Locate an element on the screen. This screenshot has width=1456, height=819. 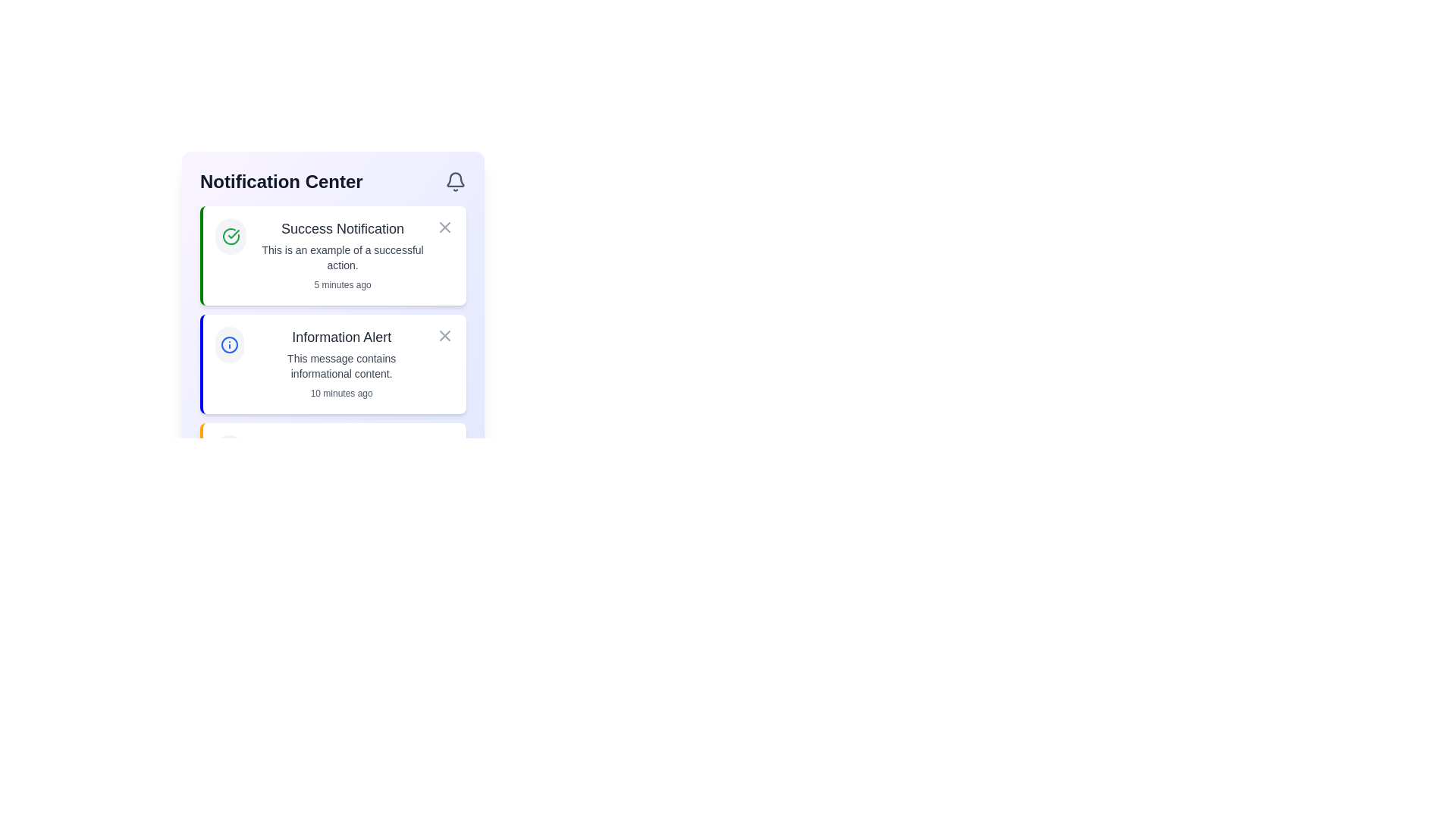
the text displayed in the notification panel titled 'Information Alert', which is located below the notification title and above the timestamp is located at coordinates (340, 366).